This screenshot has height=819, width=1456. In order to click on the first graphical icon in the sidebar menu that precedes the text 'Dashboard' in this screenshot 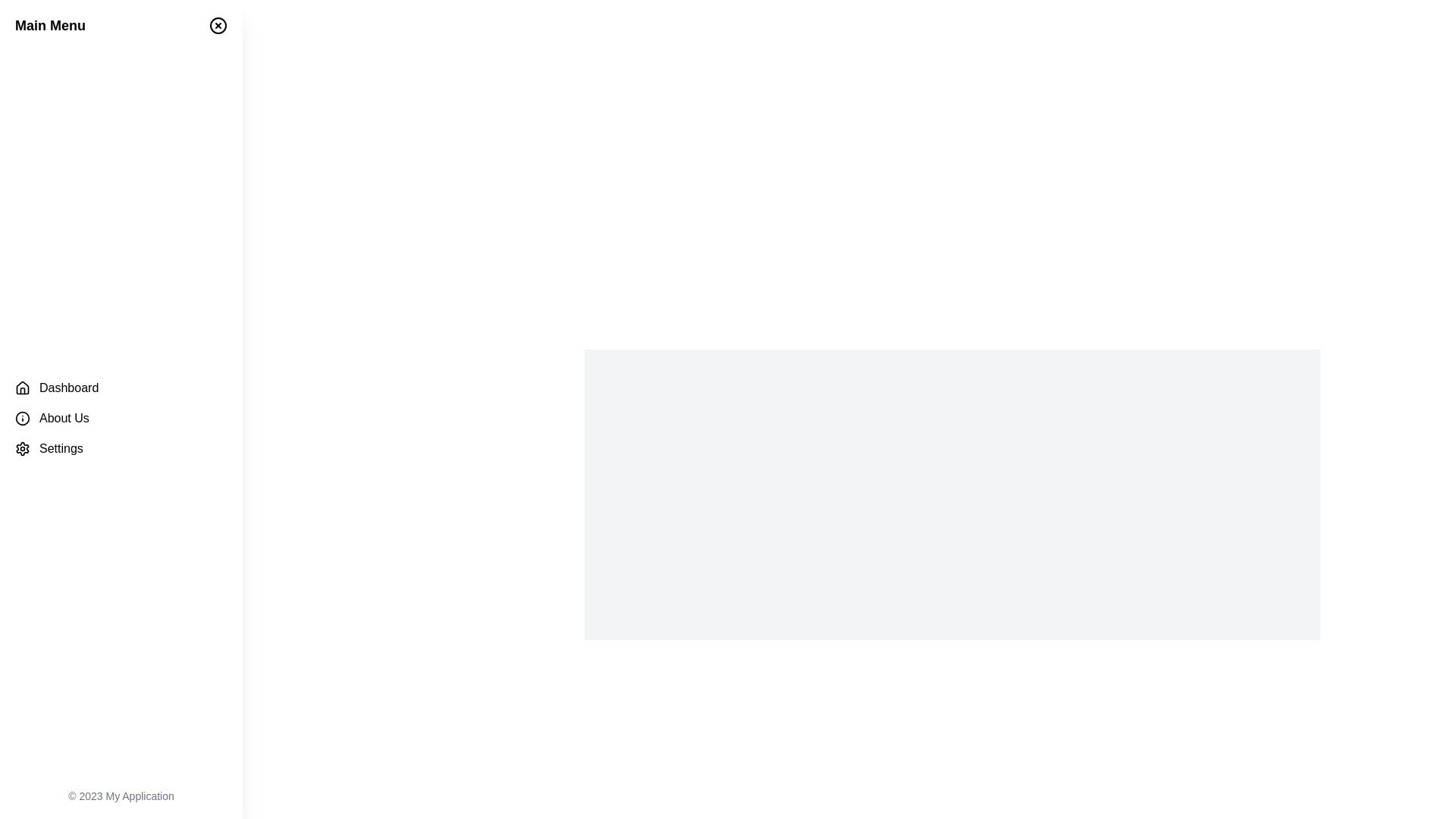, I will do `click(22, 388)`.